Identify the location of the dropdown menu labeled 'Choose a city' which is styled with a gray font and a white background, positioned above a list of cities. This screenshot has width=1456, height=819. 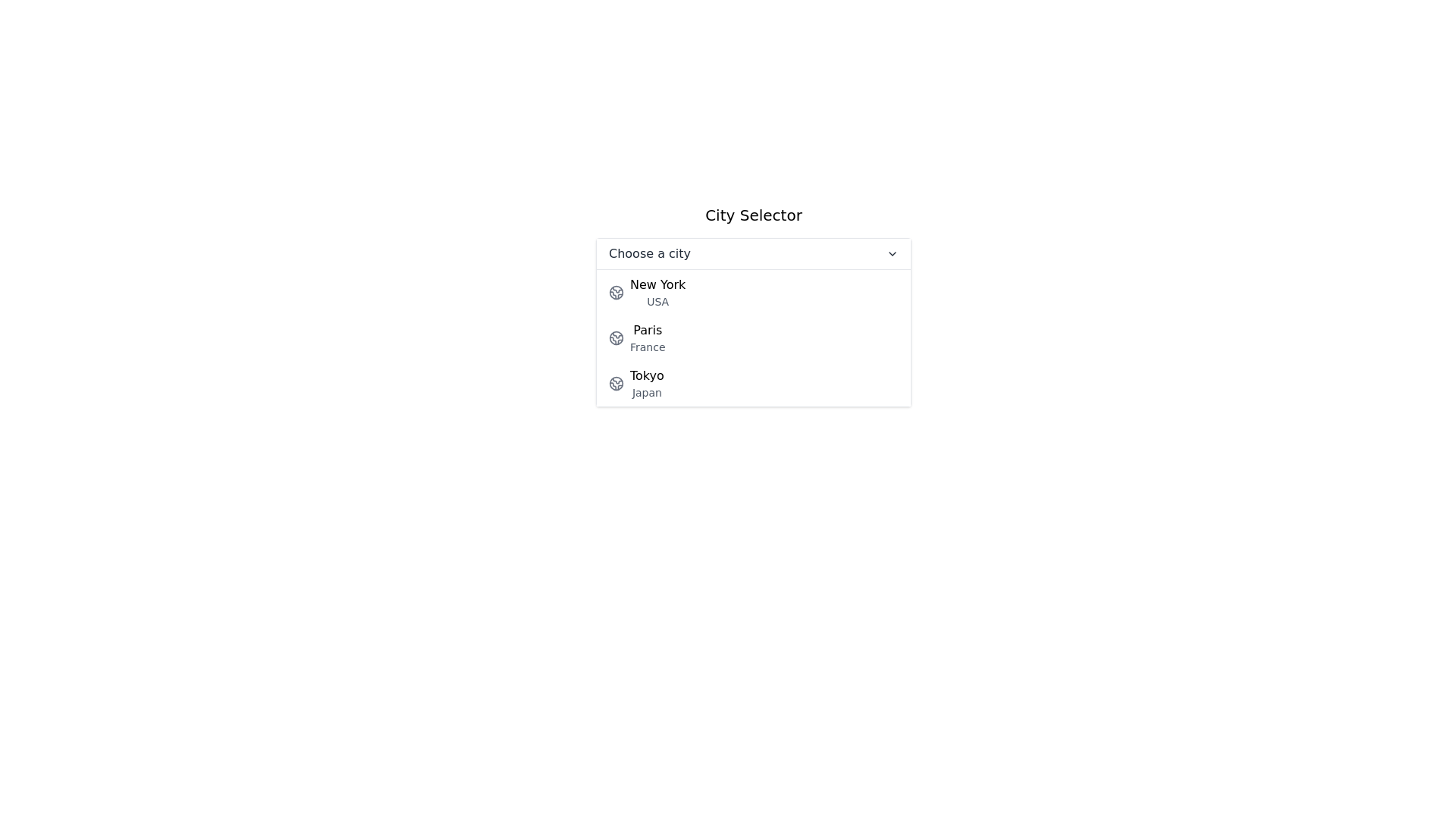
(753, 253).